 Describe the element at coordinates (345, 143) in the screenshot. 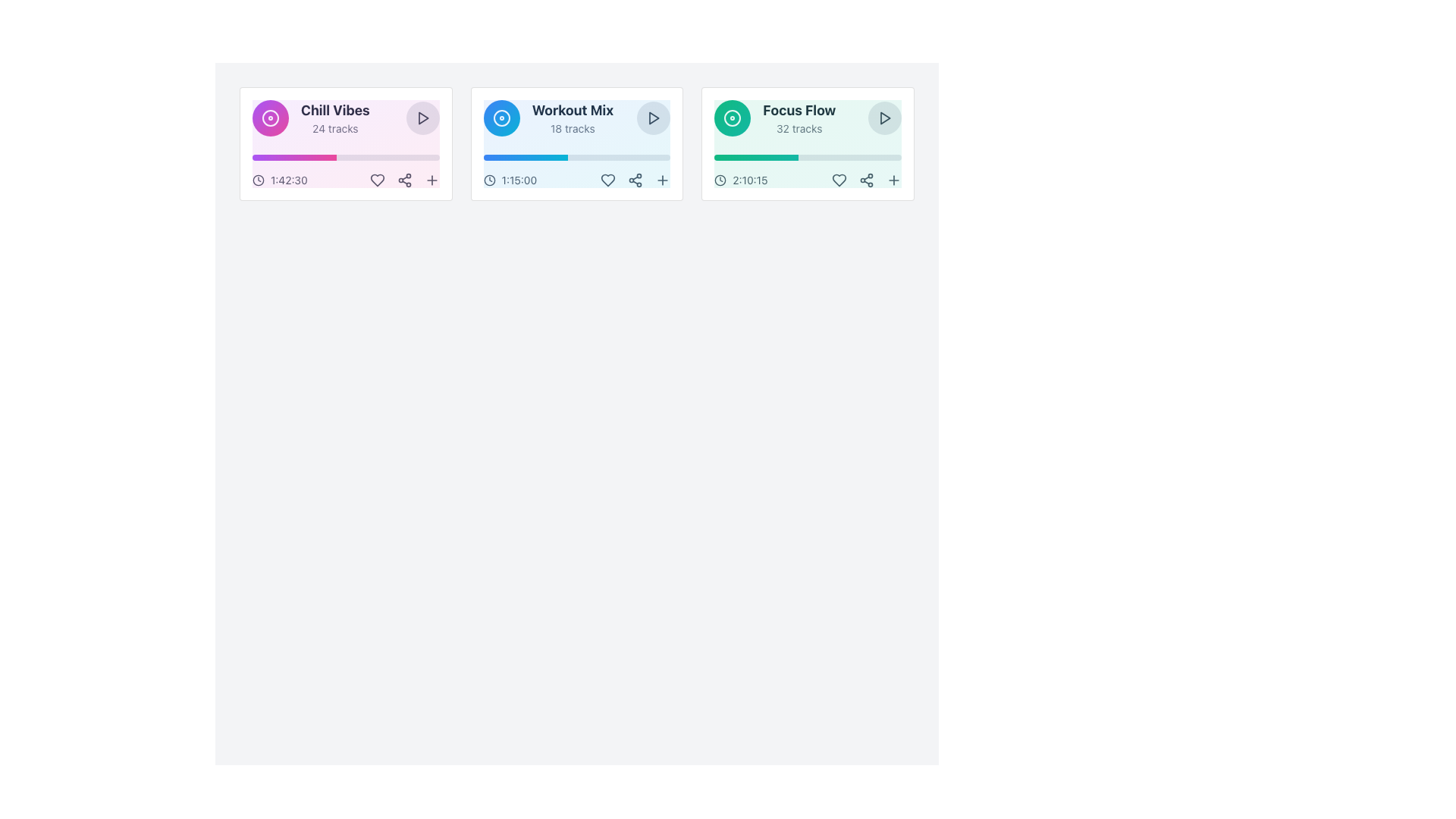

I see `the 'Chill Vibes' music playlist card component` at that location.